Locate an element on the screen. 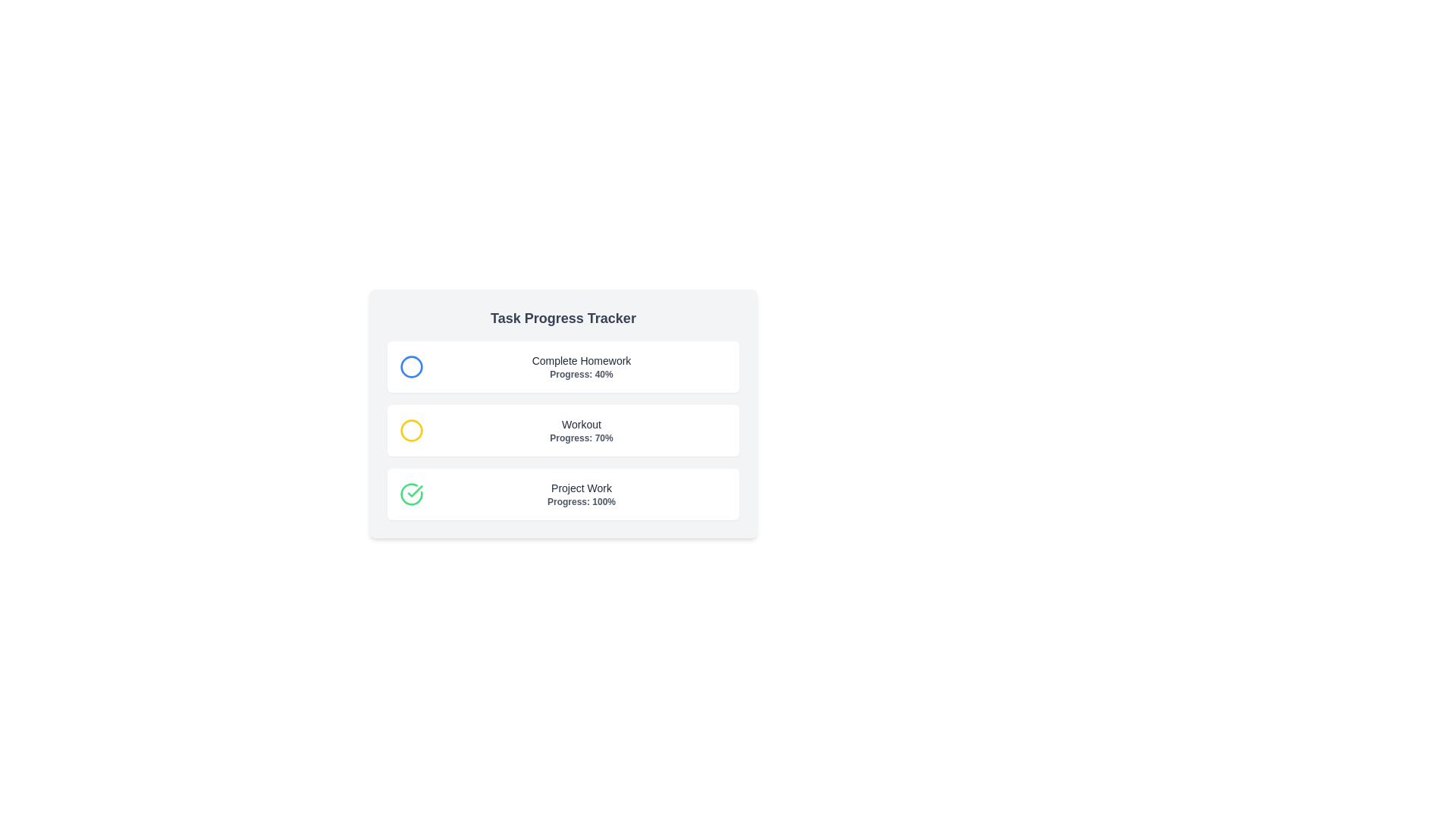  the decorative graphical element of the 'Project Work' task icon, which is a circular segment indicating task completion is located at coordinates (411, 494).